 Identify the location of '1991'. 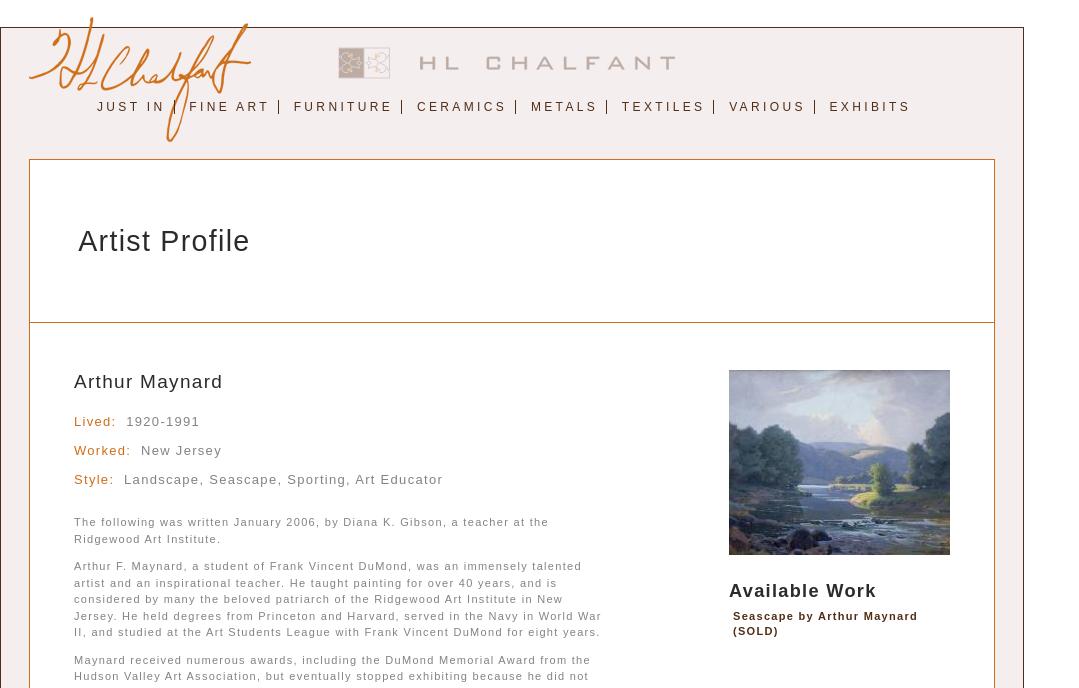
(182, 421).